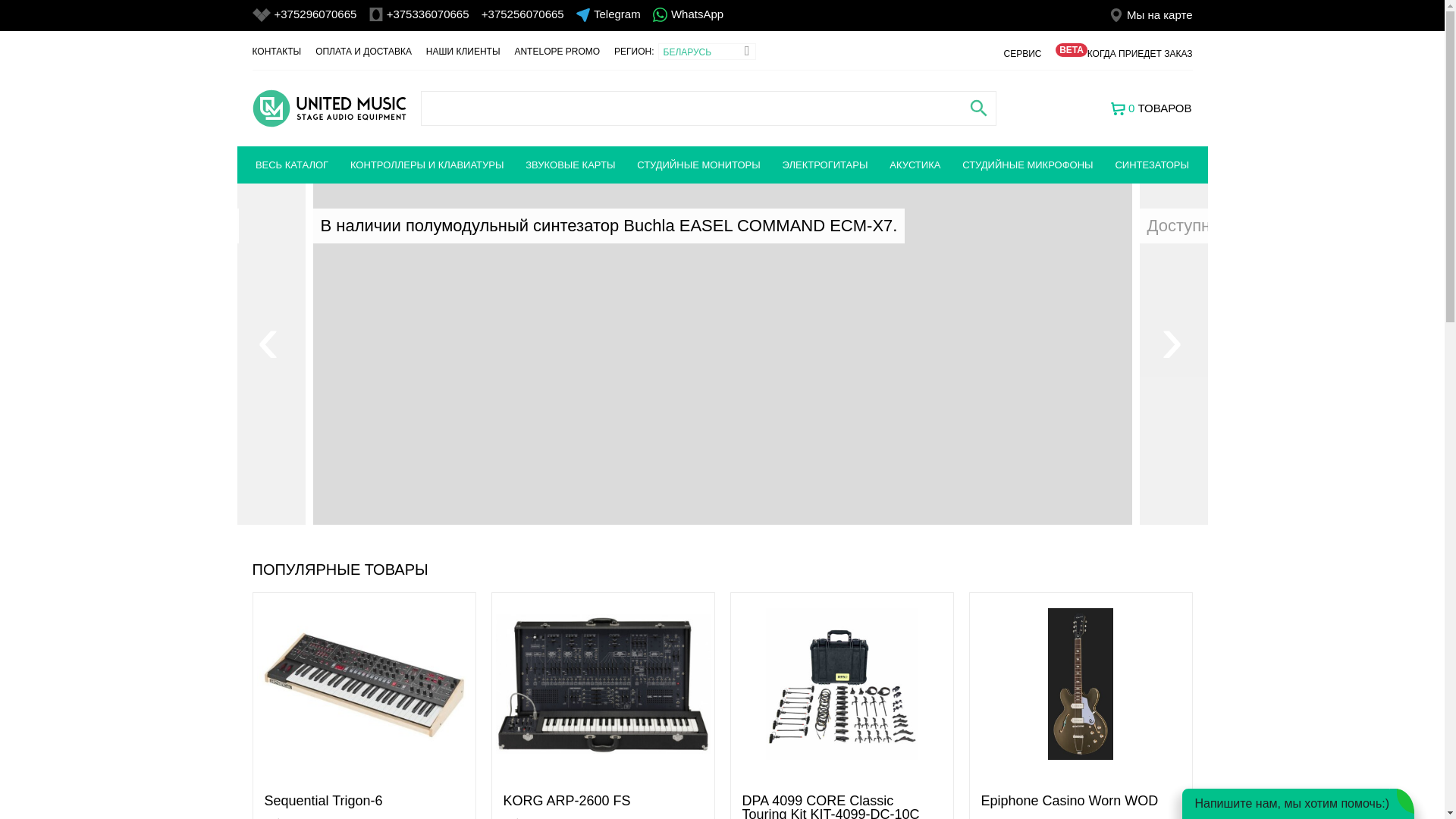  I want to click on '+375296070665', so click(315, 14).